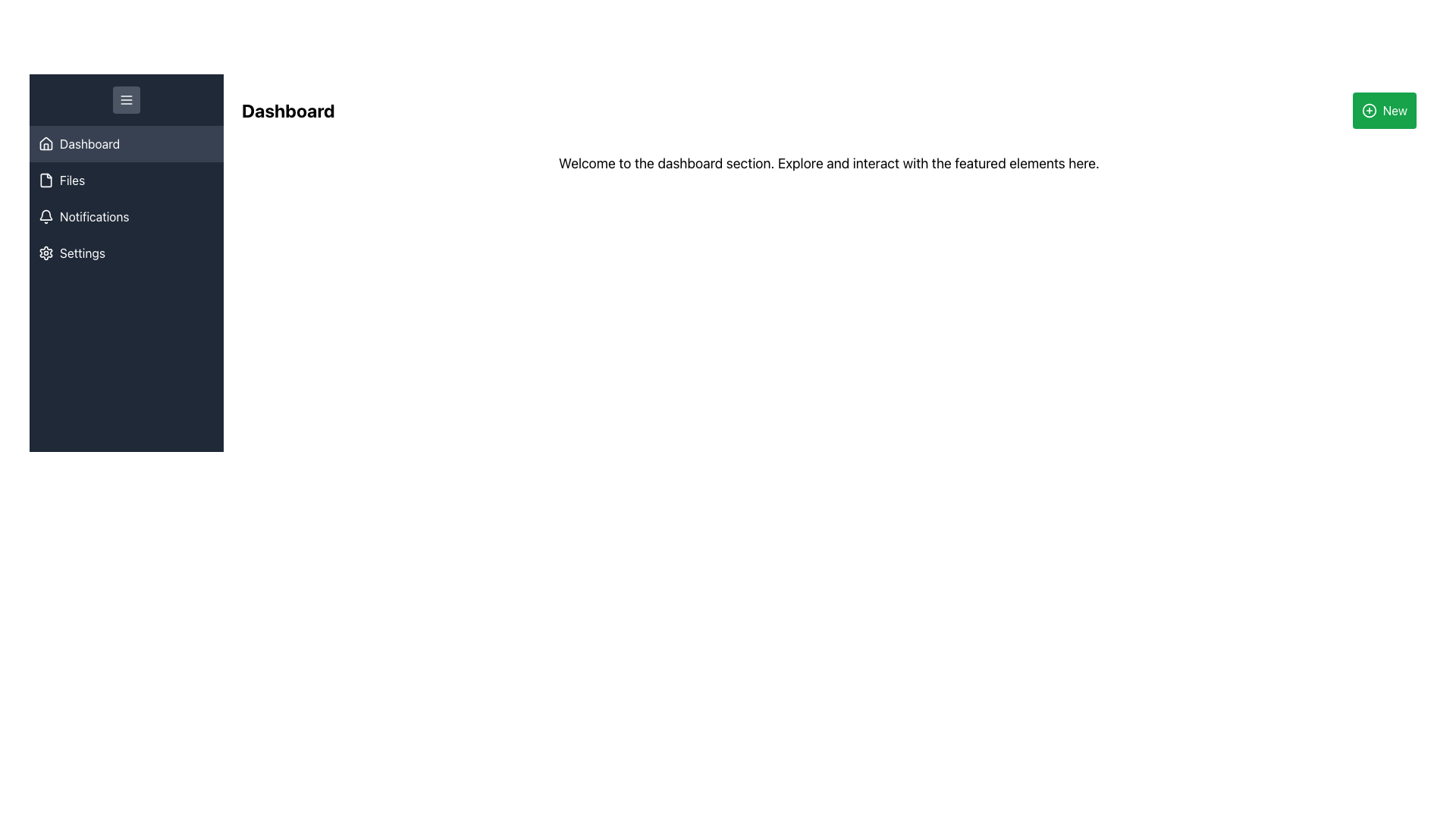 This screenshot has width=1456, height=819. I want to click on the visual design of the bell-shaped icon located at the start of the 'Notifications' row in the vertical navigation menu, so click(46, 216).